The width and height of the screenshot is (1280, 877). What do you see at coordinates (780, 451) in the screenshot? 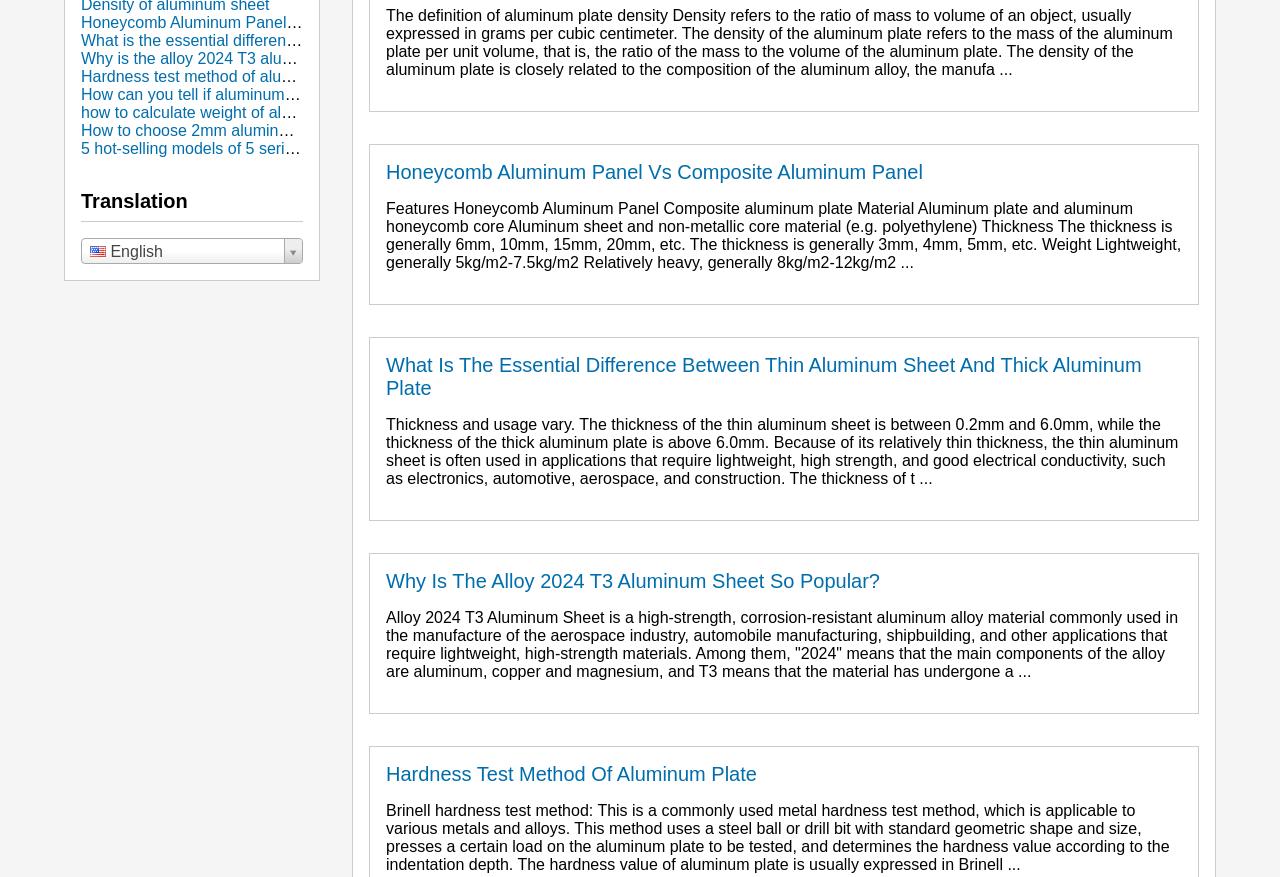
I see `'Thickness and usage vary. The thickness of the thin aluminum sheet is between 0.2mm and 6.0mm, while the thickness of the thick aluminum plate is above 6.0mm. Because of its relatively thin thickness, the thin aluminum sheet is often used in applications that require lightweight, high strength, and good electrical conductivity, such as electronics, automotive, aerospace, and construction. The thickness of t ...'` at bounding box center [780, 451].